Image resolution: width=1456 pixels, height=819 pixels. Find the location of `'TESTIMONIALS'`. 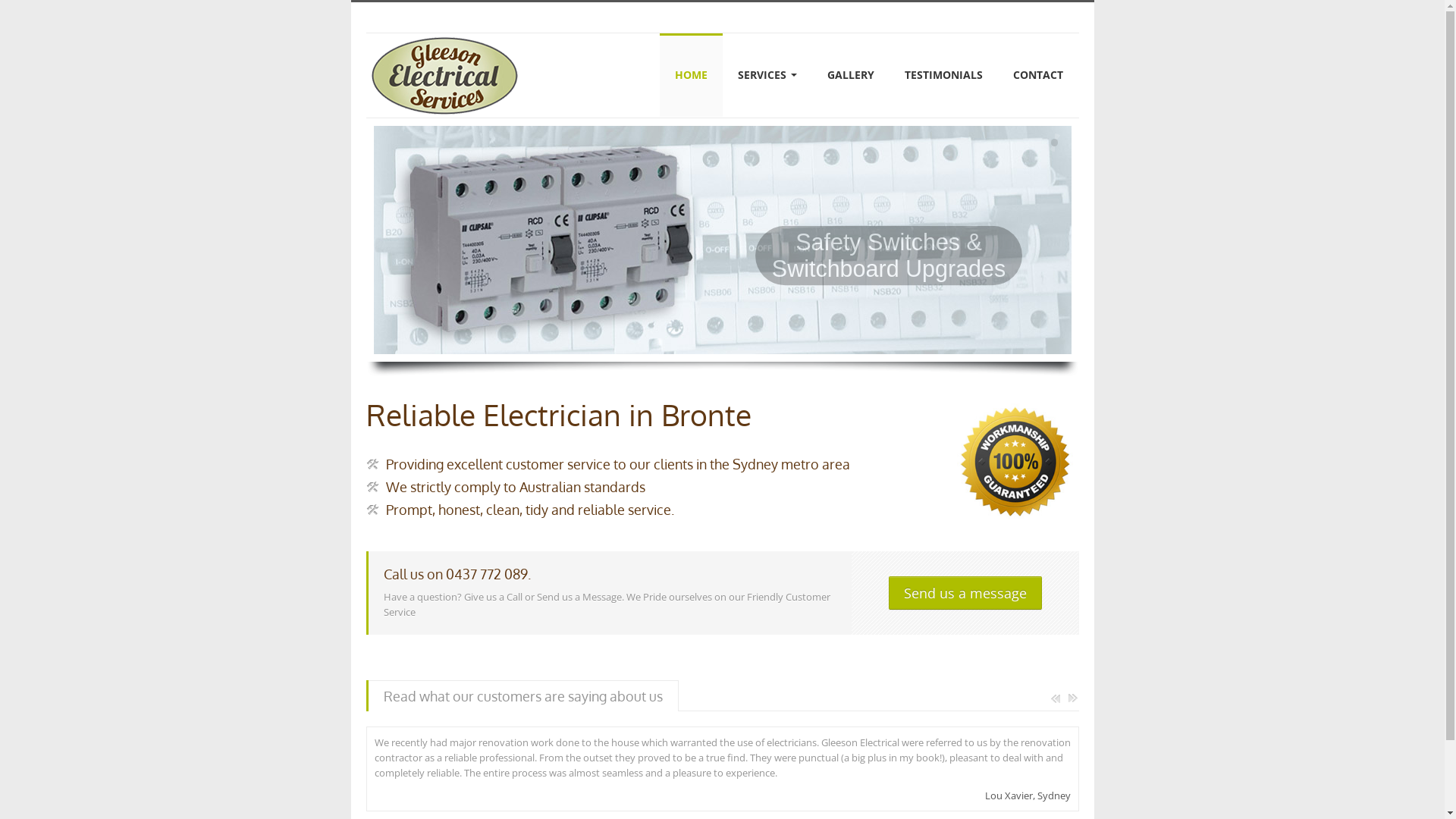

'TESTIMONIALS' is located at coordinates (943, 75).